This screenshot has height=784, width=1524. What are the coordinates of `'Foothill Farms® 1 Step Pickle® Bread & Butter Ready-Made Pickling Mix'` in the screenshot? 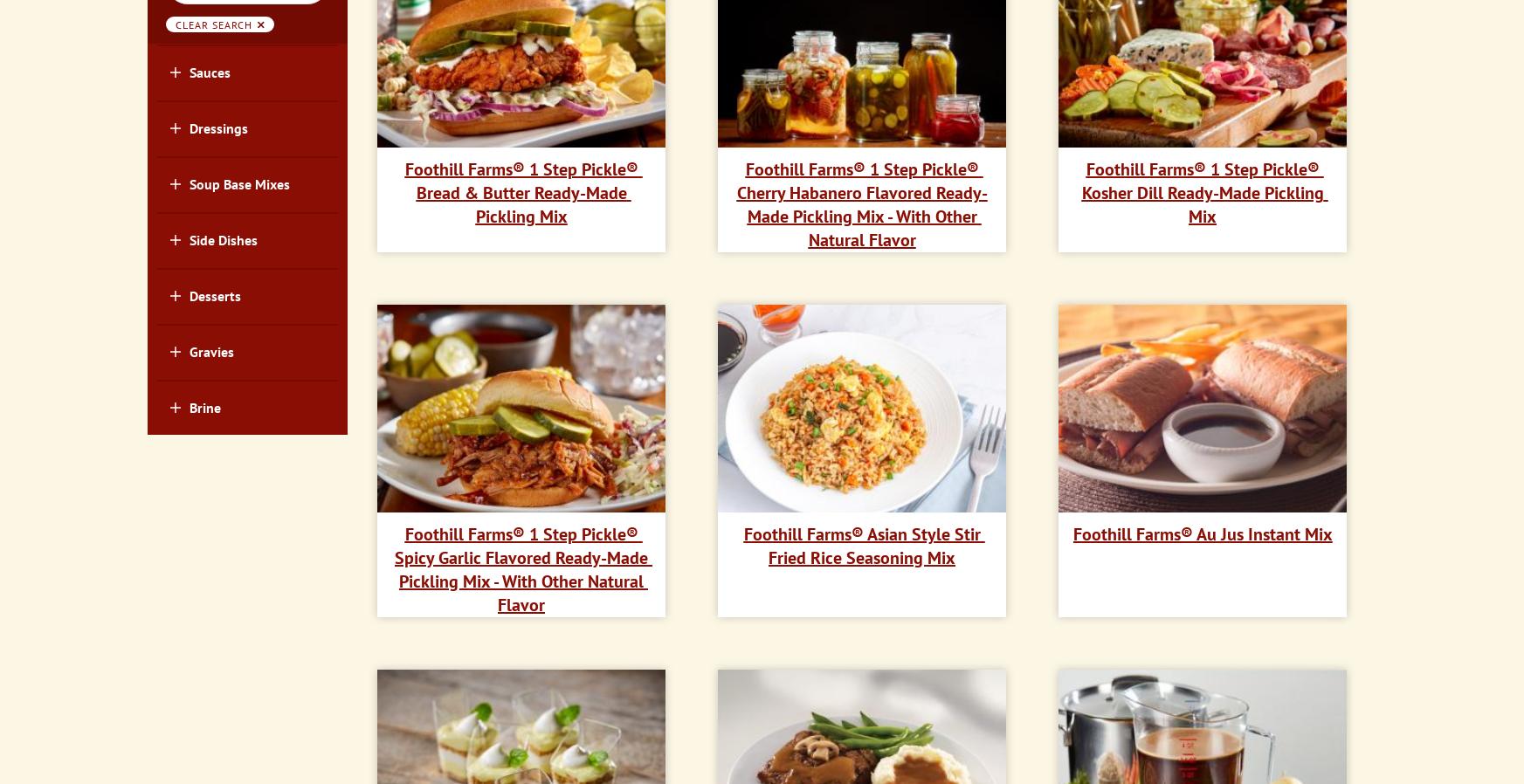 It's located at (522, 191).